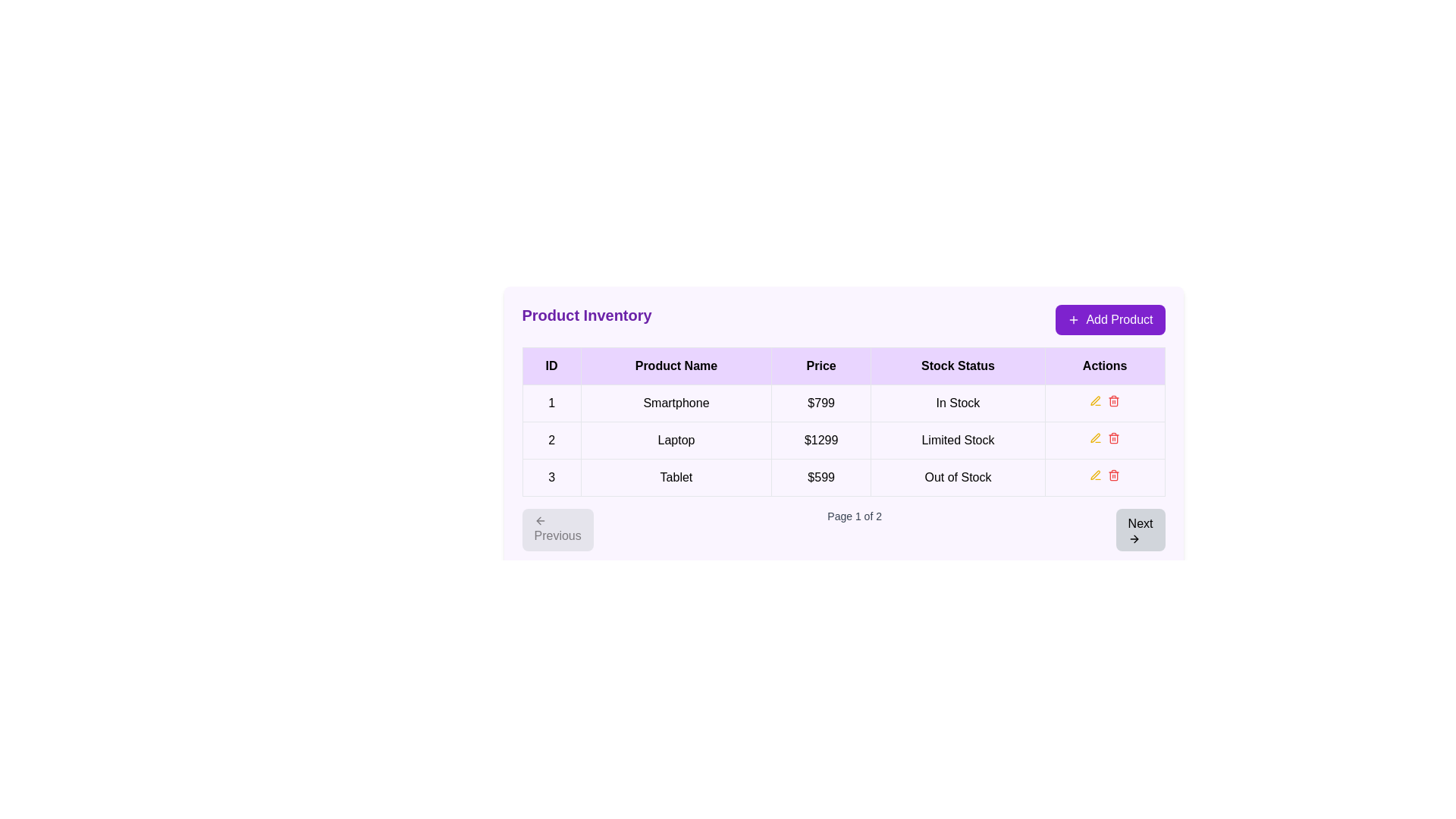  Describe the element at coordinates (676, 403) in the screenshot. I see `the 'Smartphone' text label in the product inventory list, located in the second column of the first row, under the 'Product Name' header` at that location.